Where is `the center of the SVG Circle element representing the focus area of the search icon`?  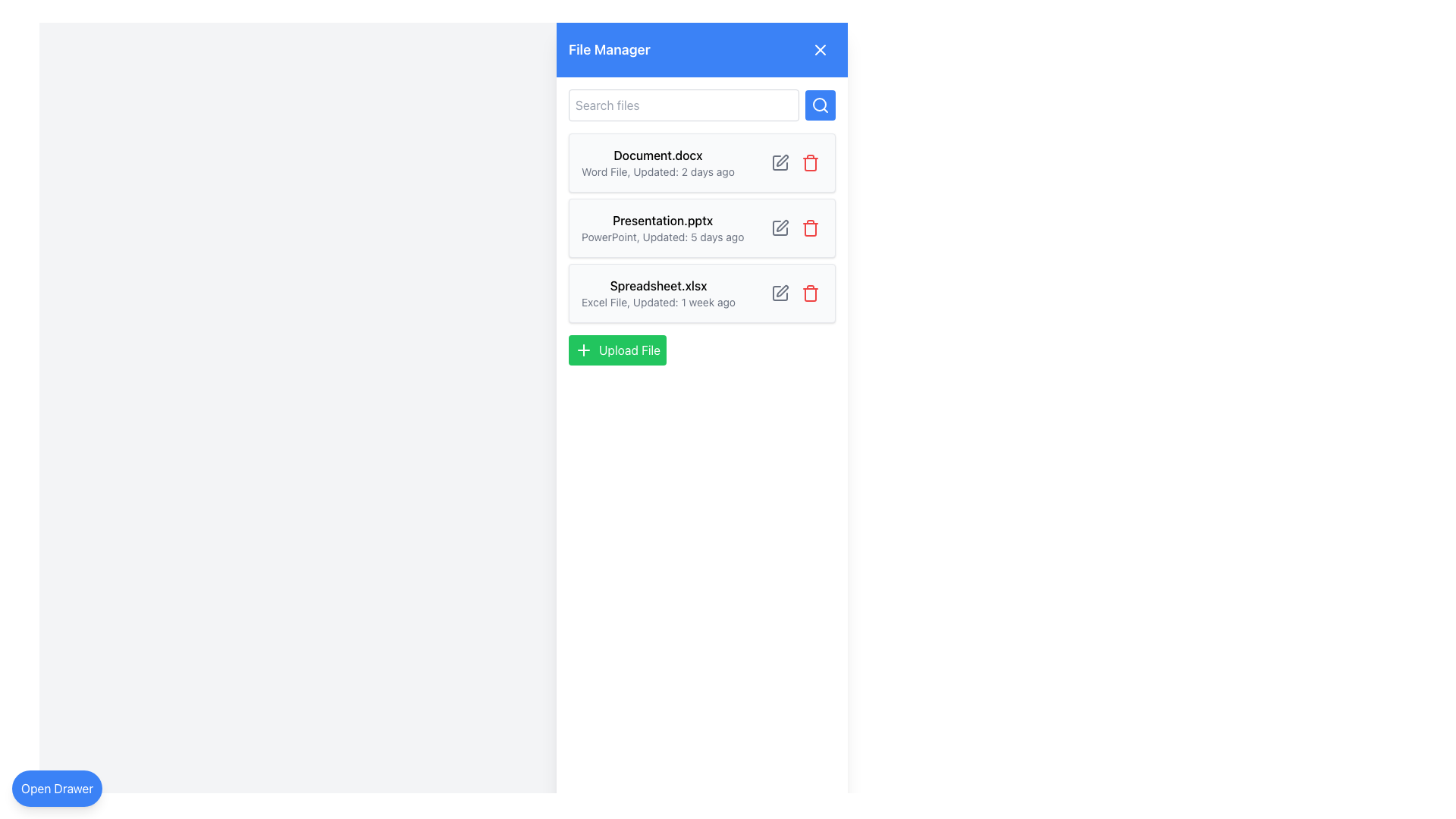
the center of the SVG Circle element representing the focus area of the search icon is located at coordinates (818, 104).